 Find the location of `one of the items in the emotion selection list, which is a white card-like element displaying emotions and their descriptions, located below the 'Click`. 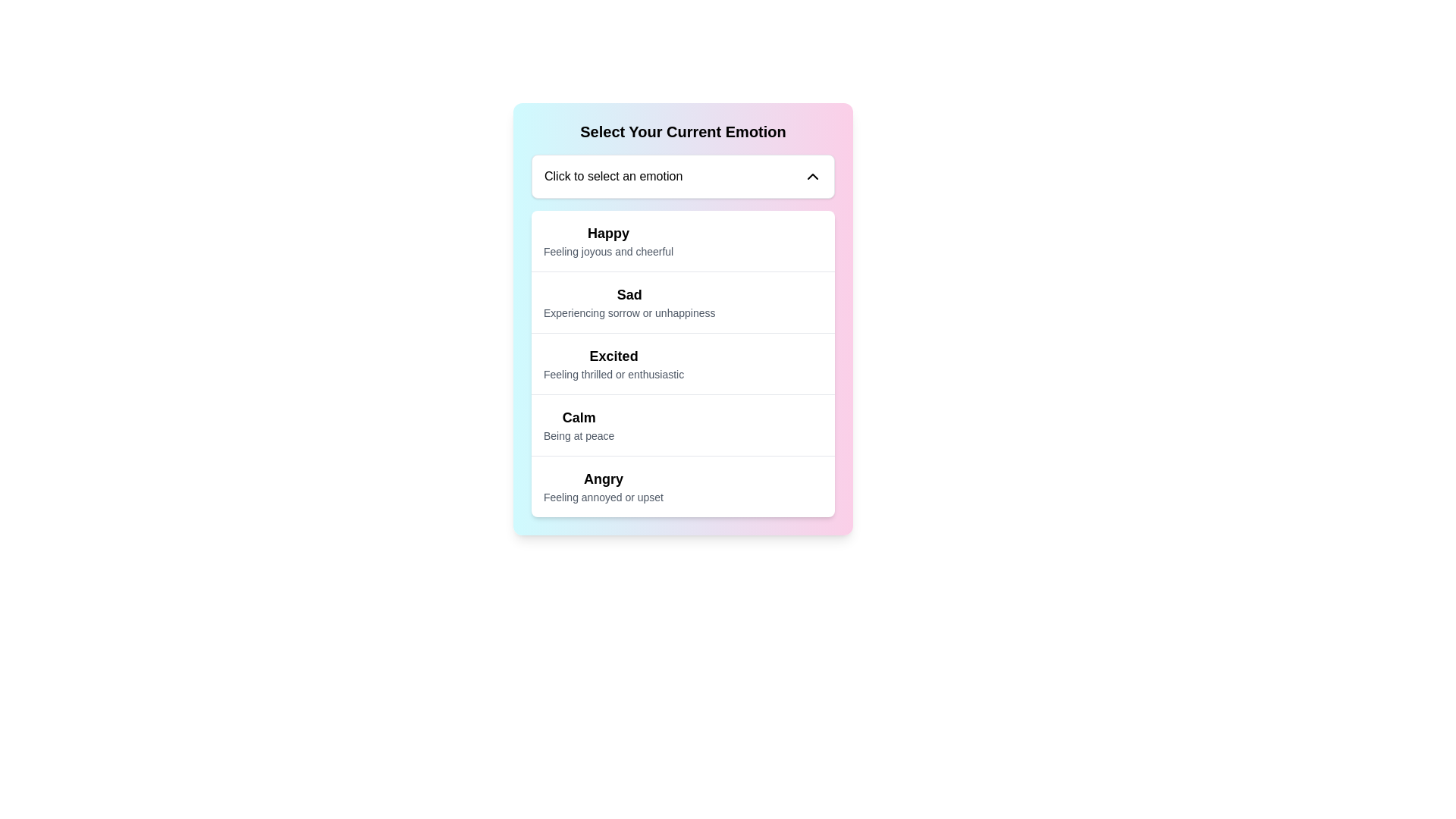

one of the items in the emotion selection list, which is a white card-like element displaying emotions and their descriptions, located below the 'Click is located at coordinates (682, 363).